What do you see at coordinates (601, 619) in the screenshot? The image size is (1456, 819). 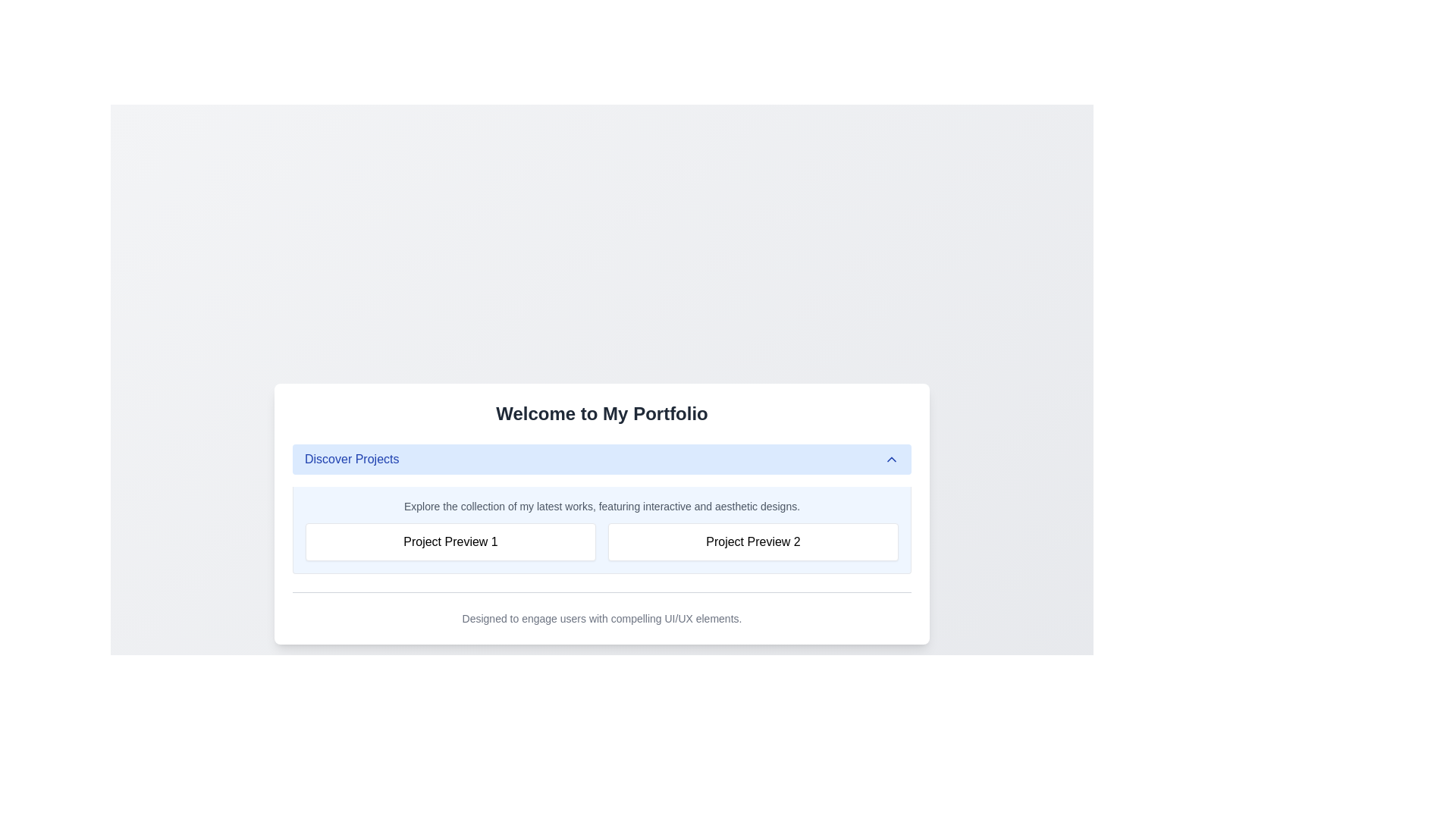 I see `and copy the static text located at the bottom of the 'Welcome to My Portfolio' card, which provides additional context or information` at bounding box center [601, 619].